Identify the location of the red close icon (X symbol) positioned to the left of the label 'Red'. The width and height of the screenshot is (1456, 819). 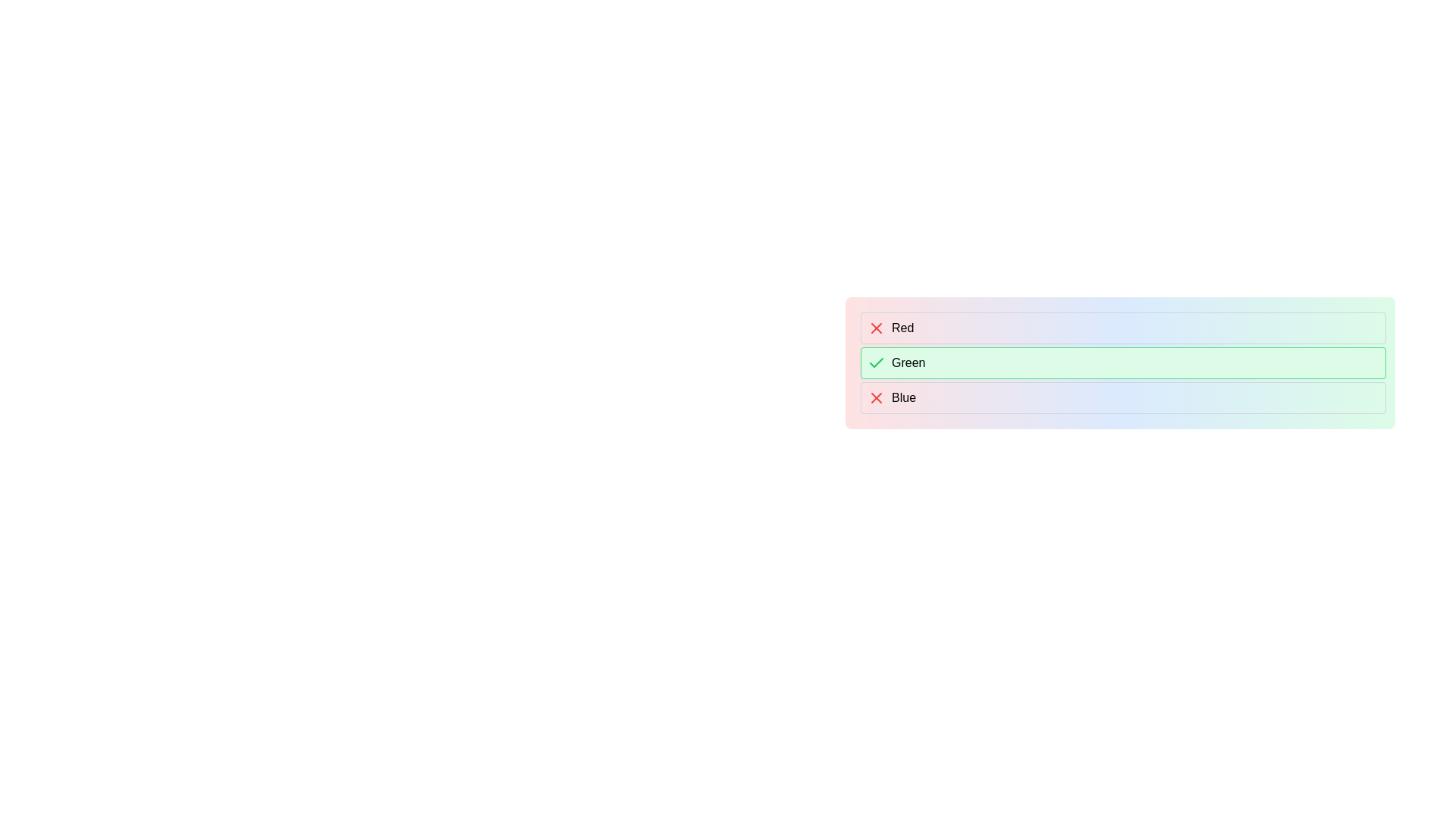
(877, 327).